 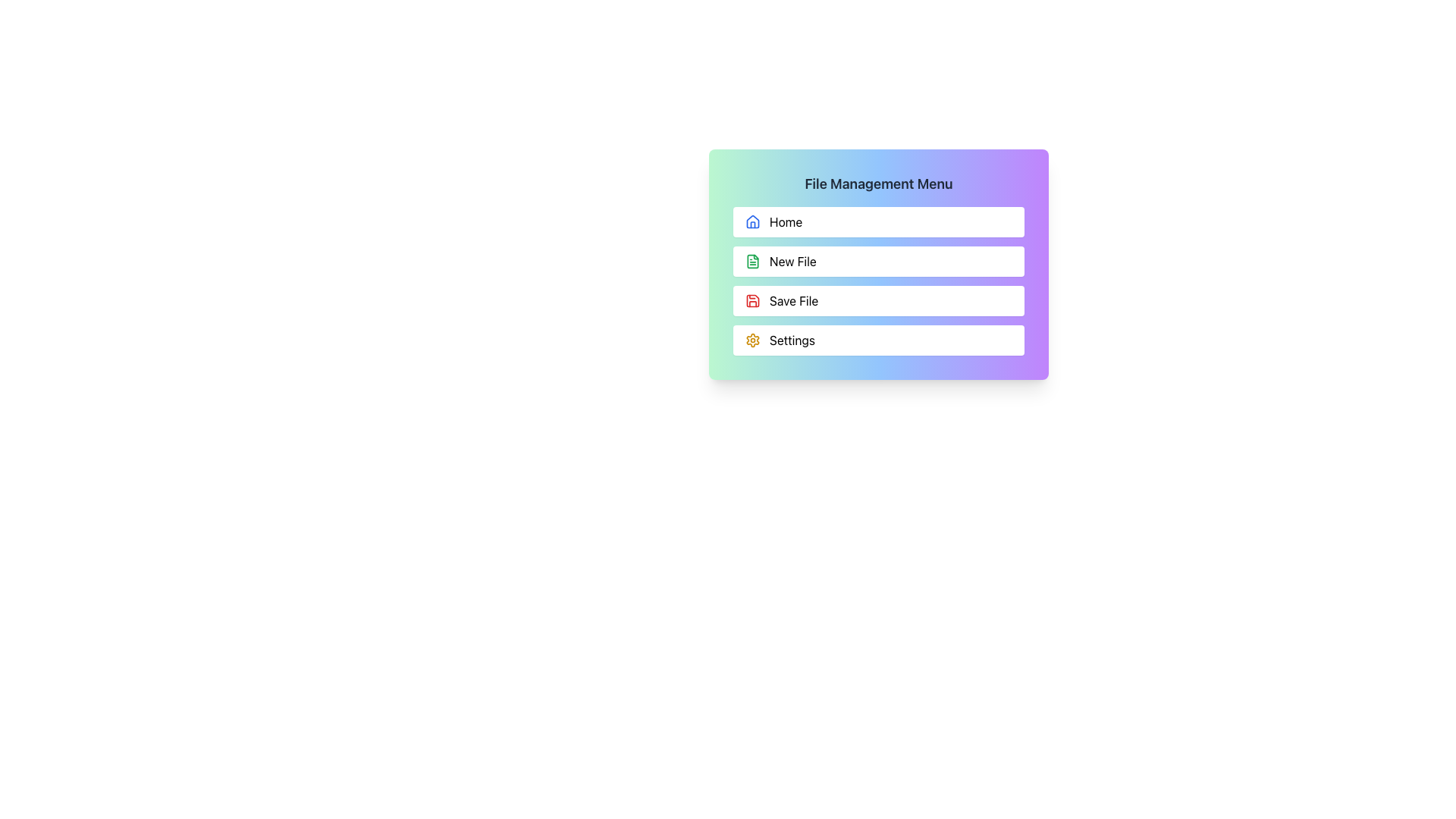 I want to click on the 'Save File' button, so click(x=878, y=301).